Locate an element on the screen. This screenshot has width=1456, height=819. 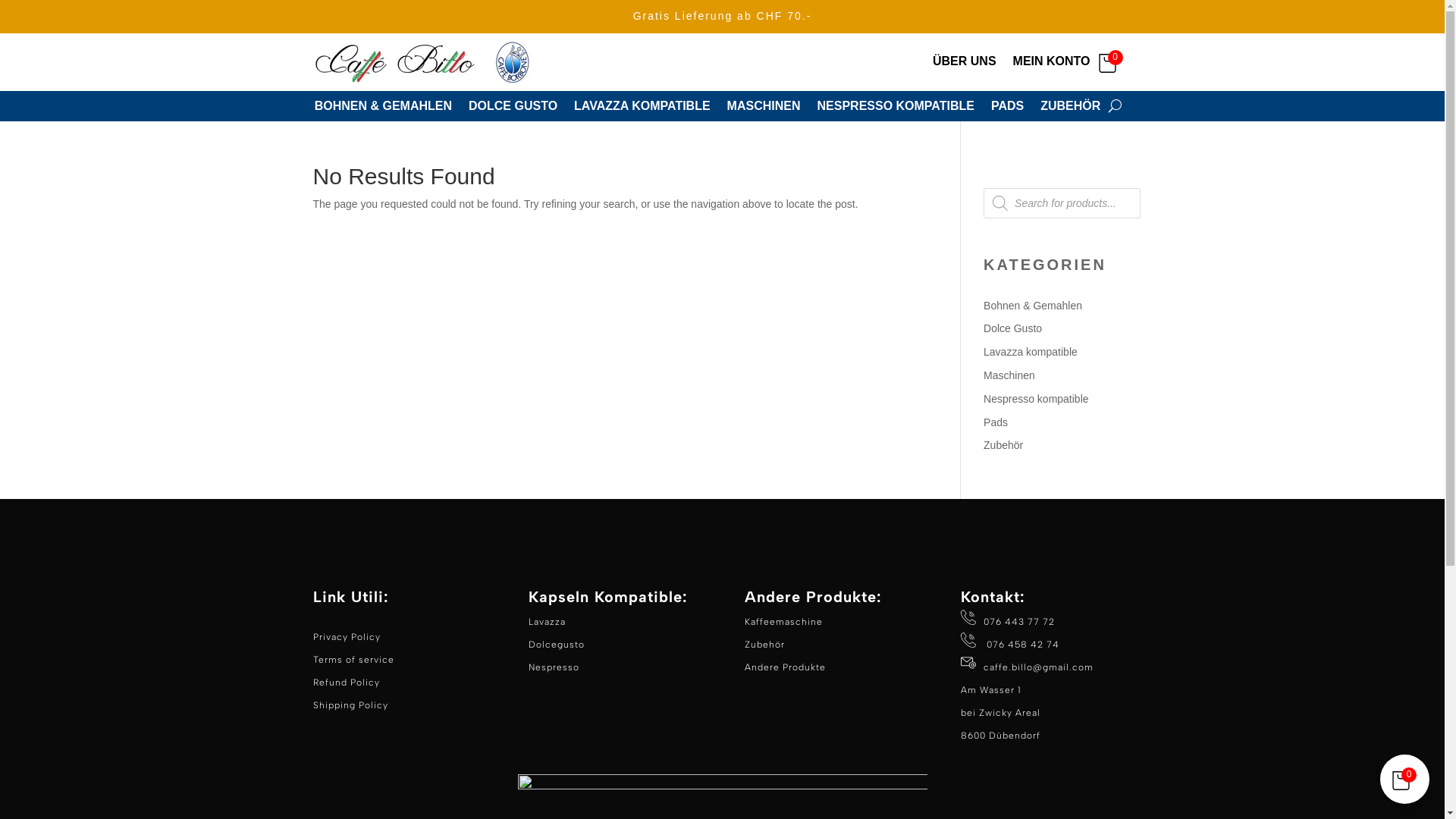
'caffe.billo@gmail.com' is located at coordinates (983, 666).